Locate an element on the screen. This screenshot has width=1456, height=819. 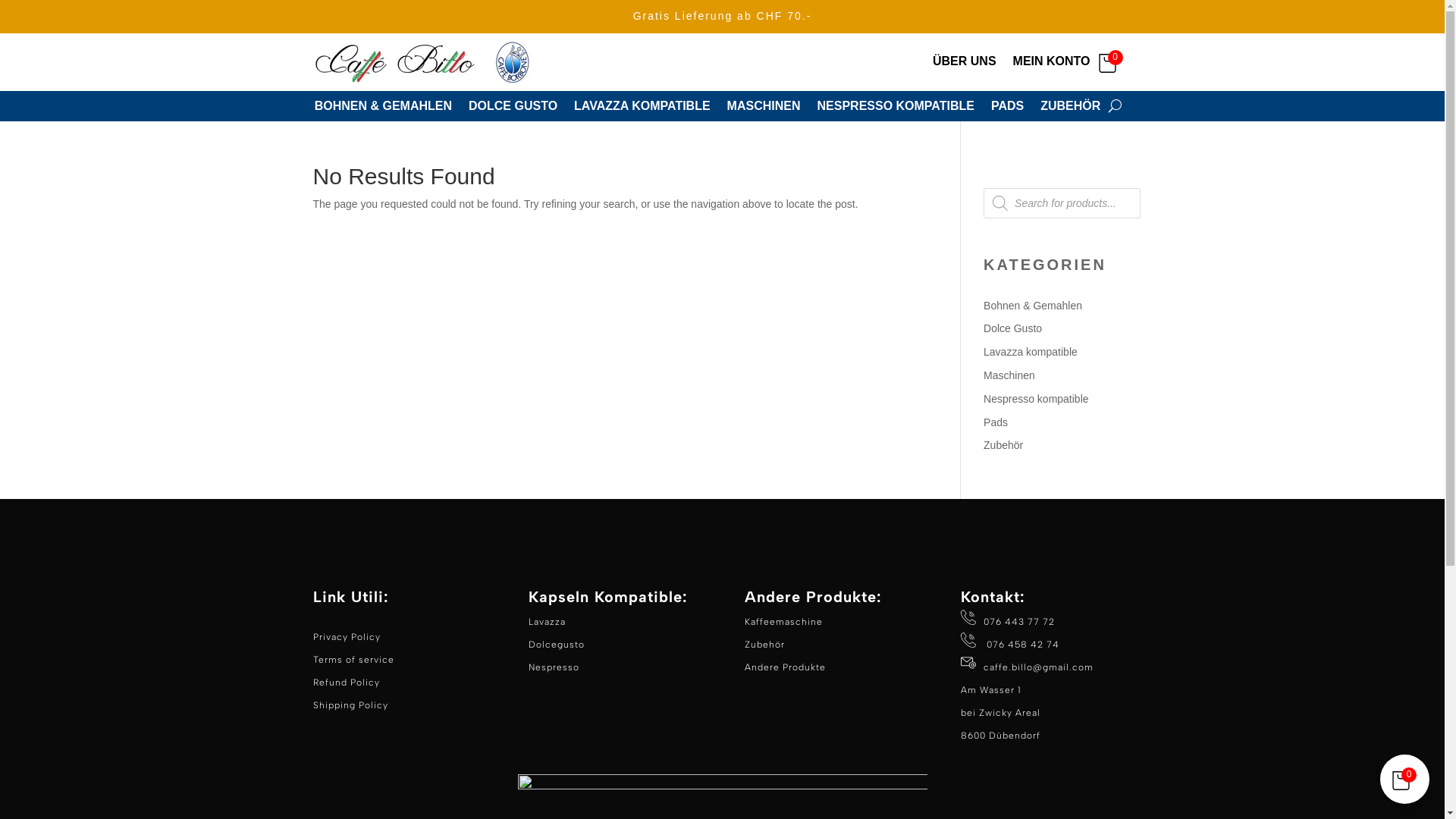
'caffe.billo@gmail.com' is located at coordinates (983, 666).